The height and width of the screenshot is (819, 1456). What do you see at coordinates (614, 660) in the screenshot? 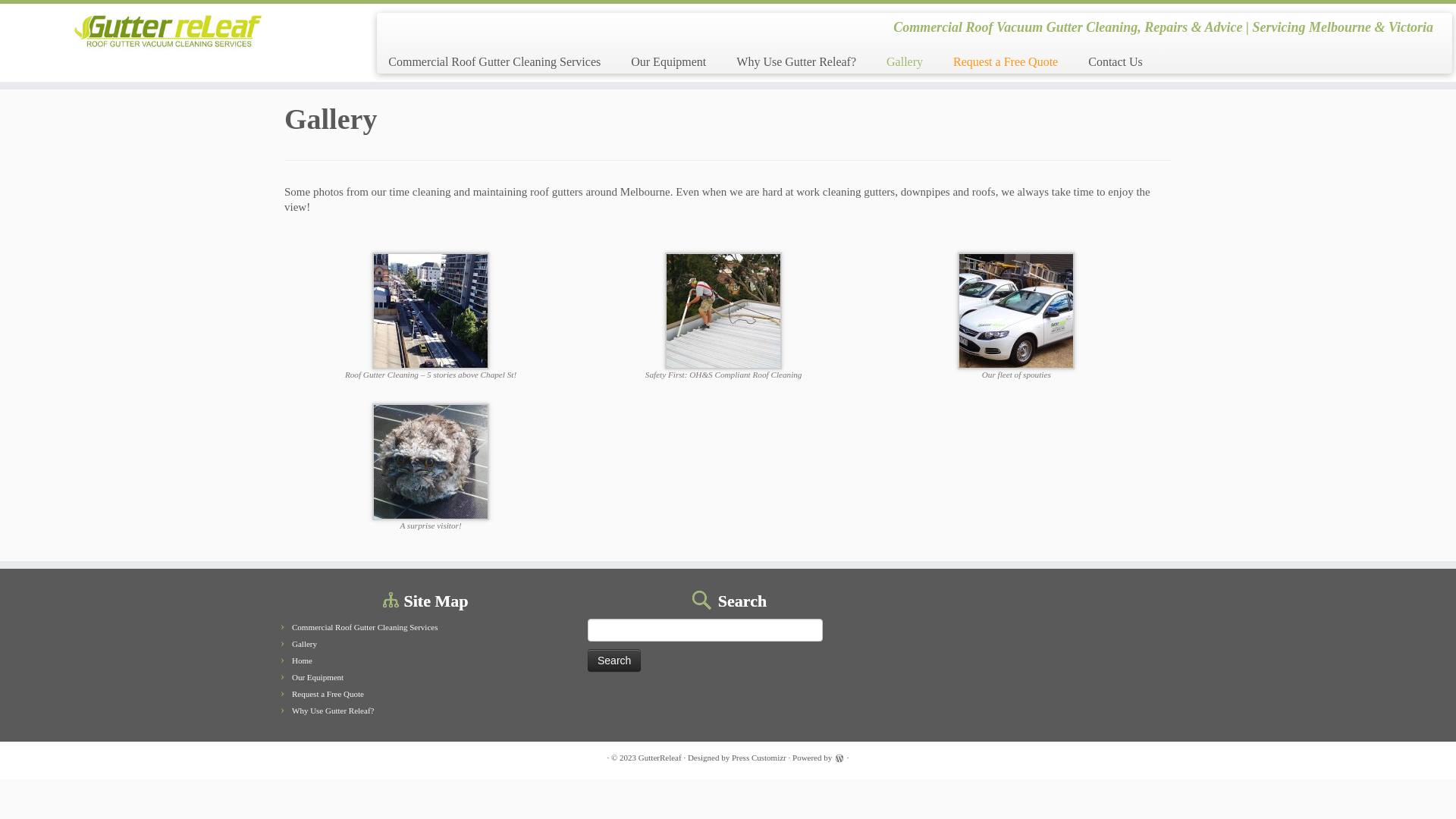
I see `'Search'` at bounding box center [614, 660].